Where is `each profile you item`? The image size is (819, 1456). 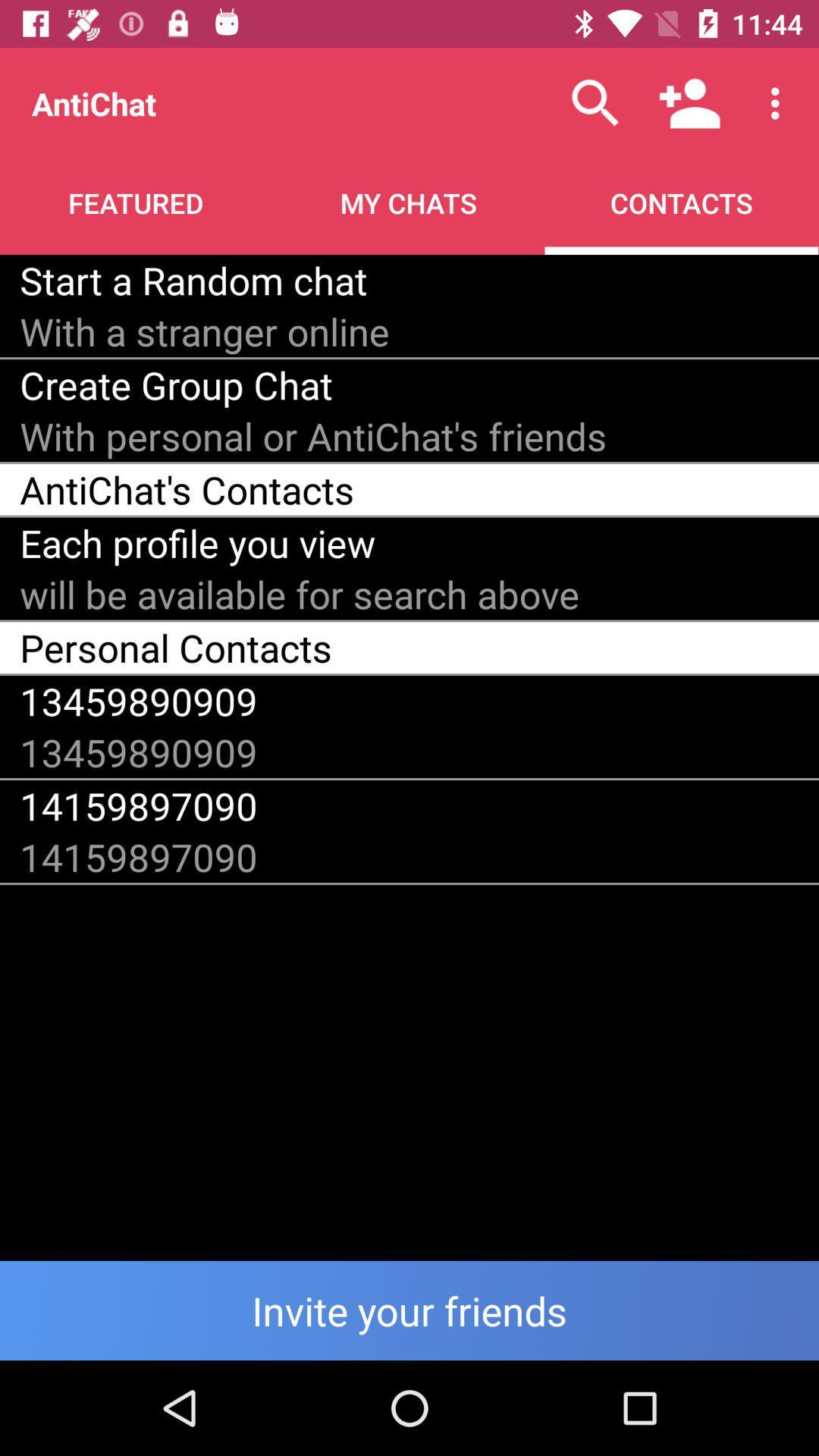
each profile you item is located at coordinates (196, 543).